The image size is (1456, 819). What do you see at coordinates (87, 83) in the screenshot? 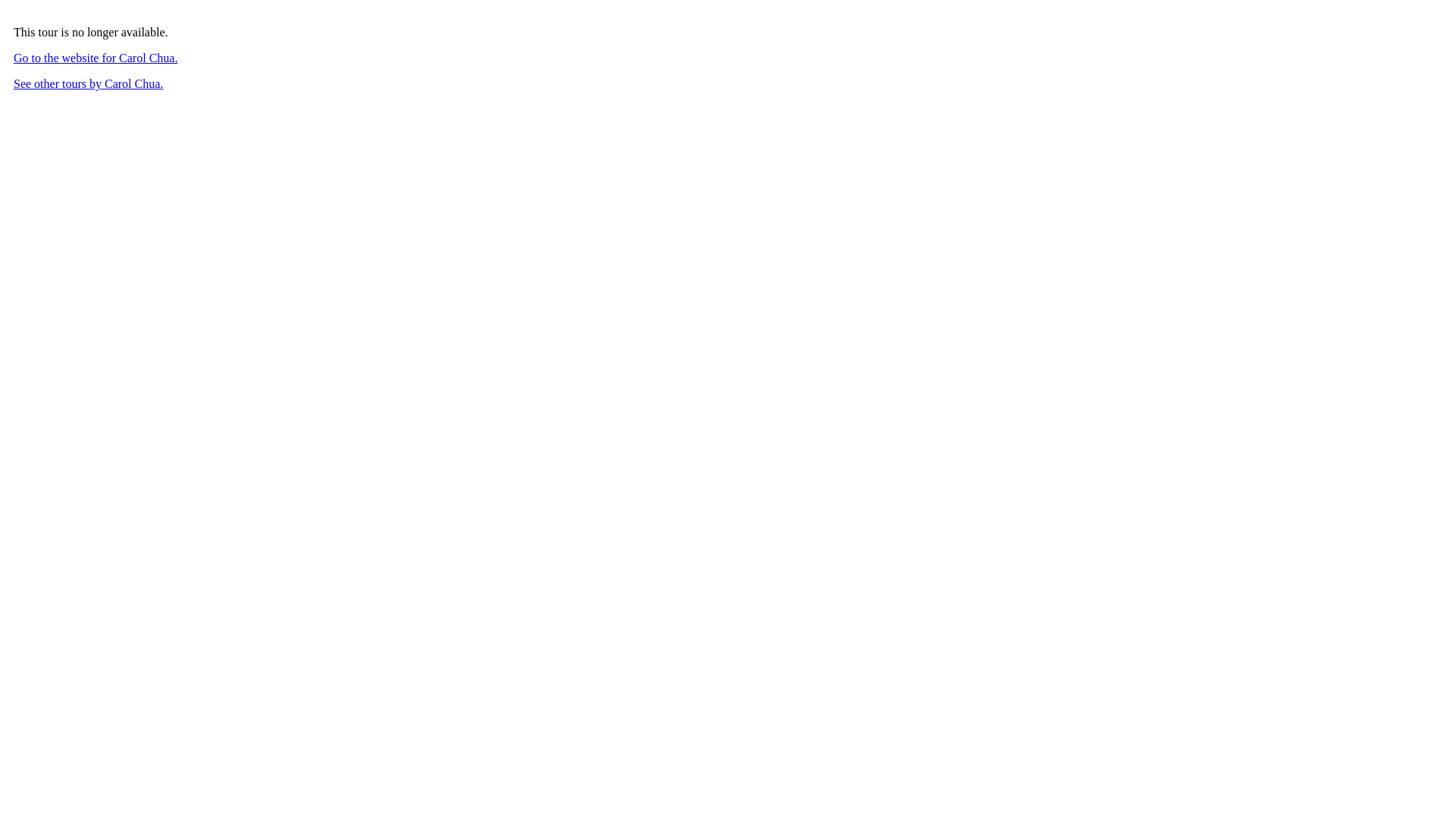
I see `'See other tours by Carol Chua.'` at bounding box center [87, 83].